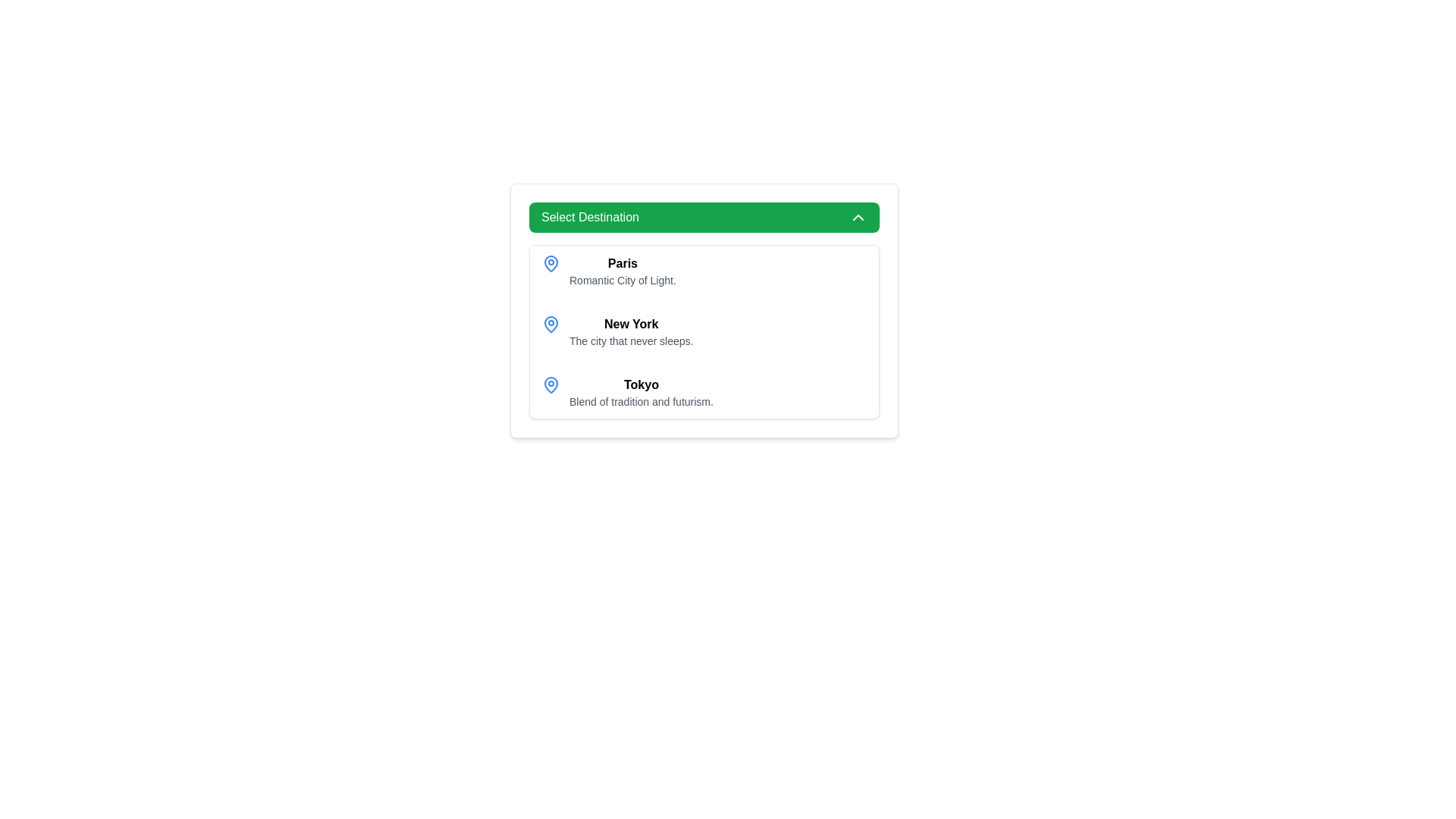  What do you see at coordinates (641, 400) in the screenshot?
I see `descriptive subtitle text located within the dropdown menu under the 'Tokyo' option, which provides additional context about the selection` at bounding box center [641, 400].